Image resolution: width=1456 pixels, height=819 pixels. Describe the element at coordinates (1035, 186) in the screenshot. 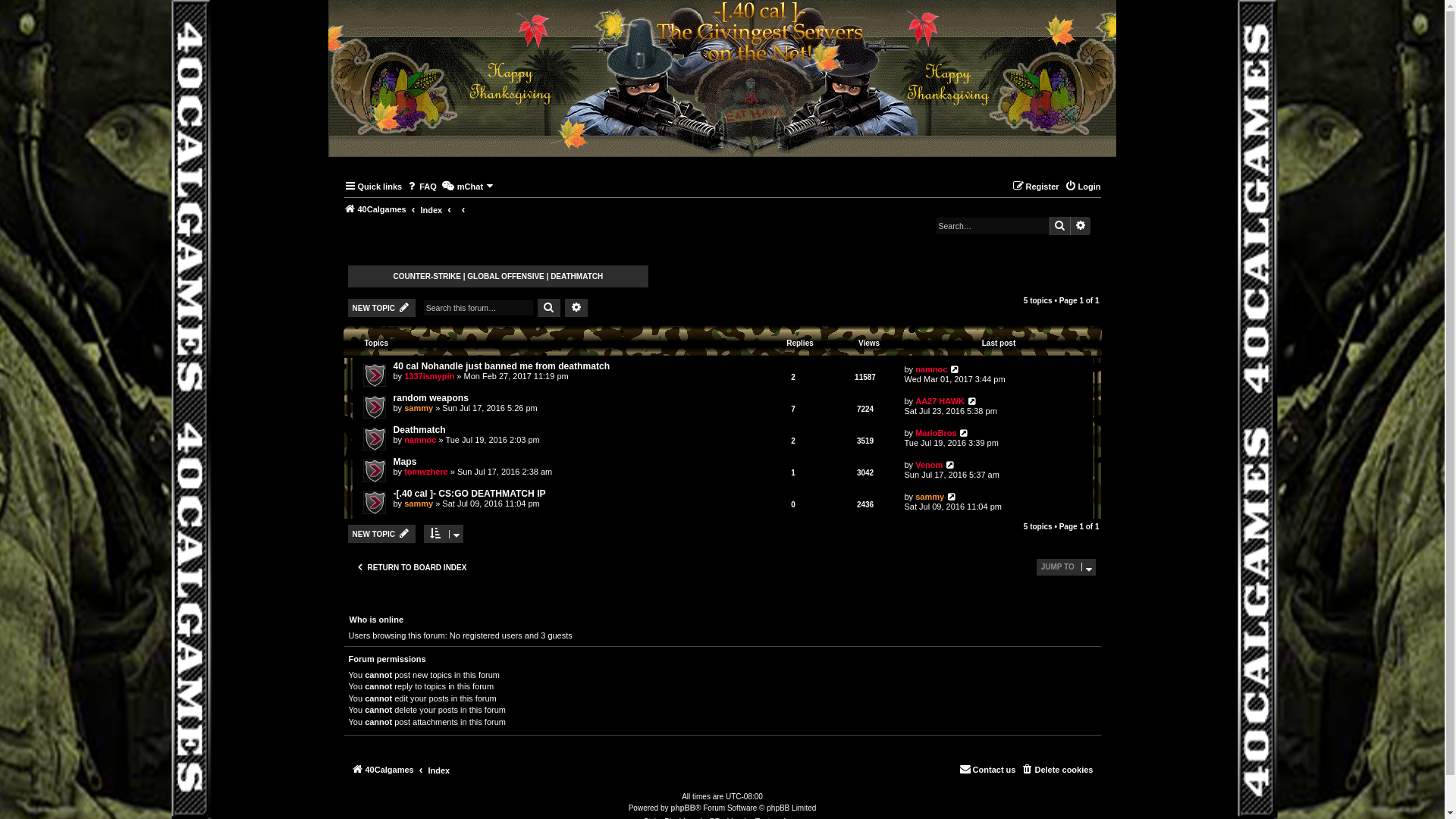

I see `'Register'` at that location.